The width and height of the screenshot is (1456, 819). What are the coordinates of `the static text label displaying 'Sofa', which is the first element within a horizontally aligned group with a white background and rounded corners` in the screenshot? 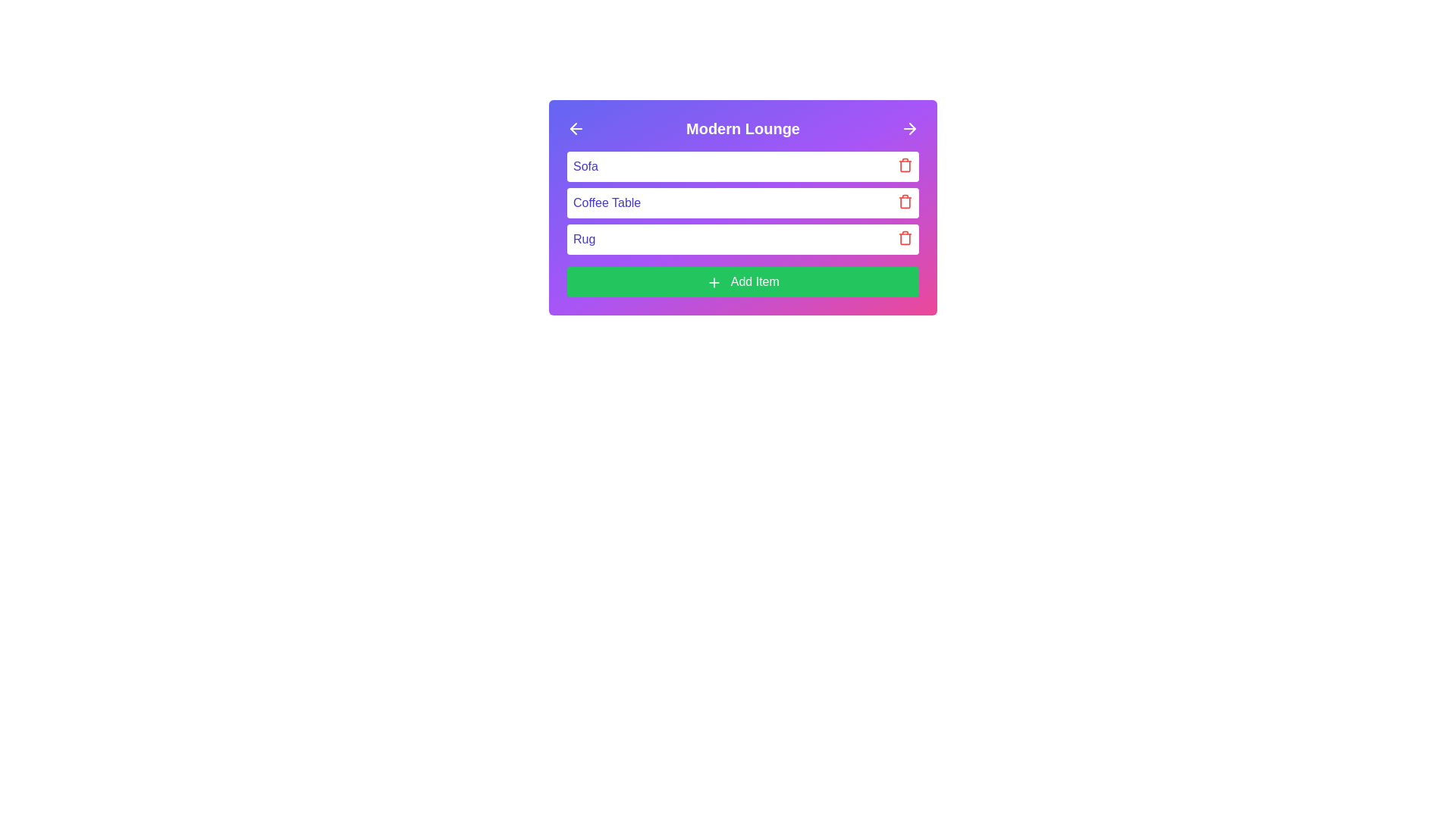 It's located at (585, 166).